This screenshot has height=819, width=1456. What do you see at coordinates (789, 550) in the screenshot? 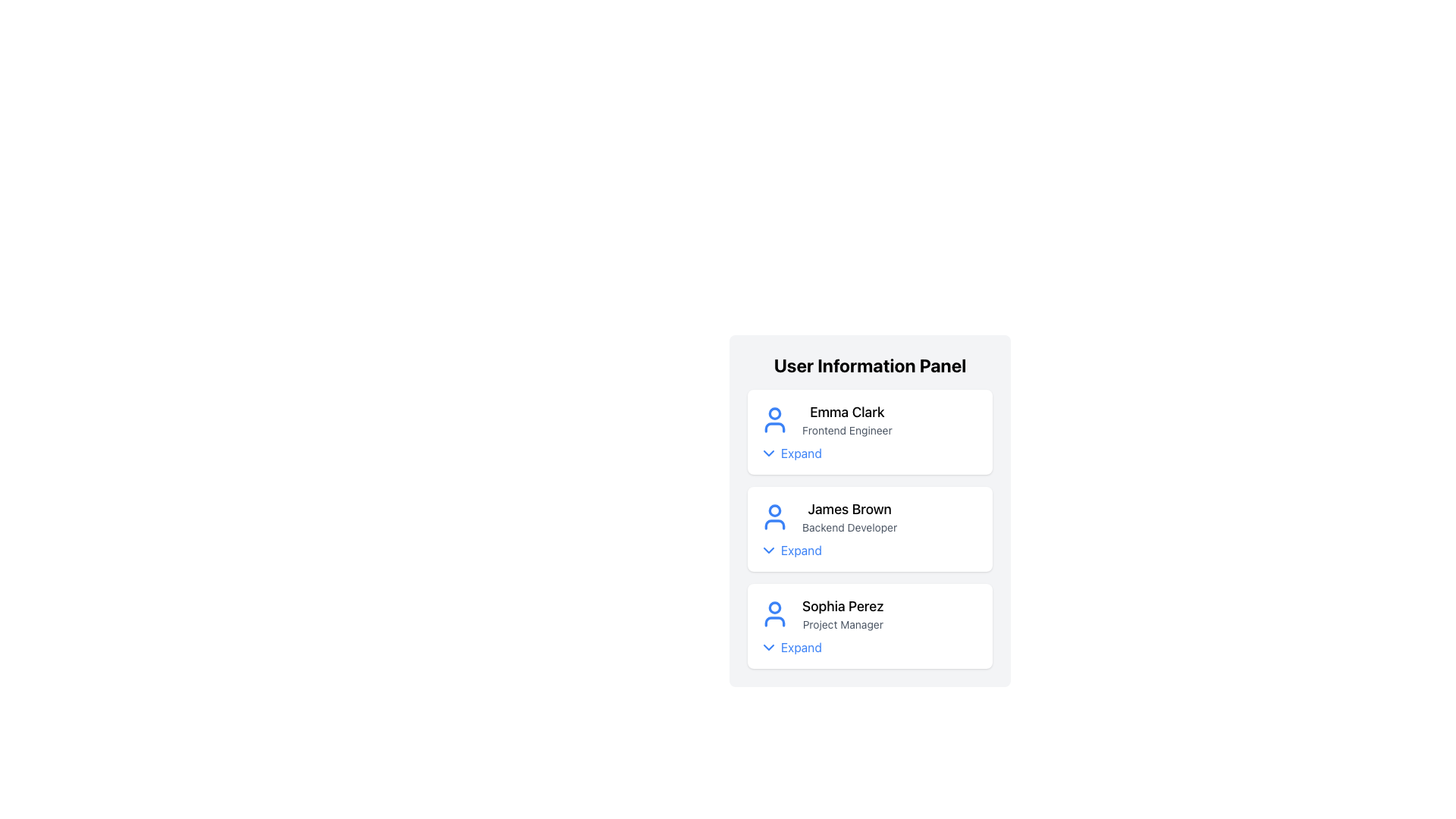
I see `the blue 'Expand' button with a downward-facing arrow icon located beneath the name 'James Brown' and job title 'Backend Developer' in the second user card of the User Information Panel` at bounding box center [789, 550].